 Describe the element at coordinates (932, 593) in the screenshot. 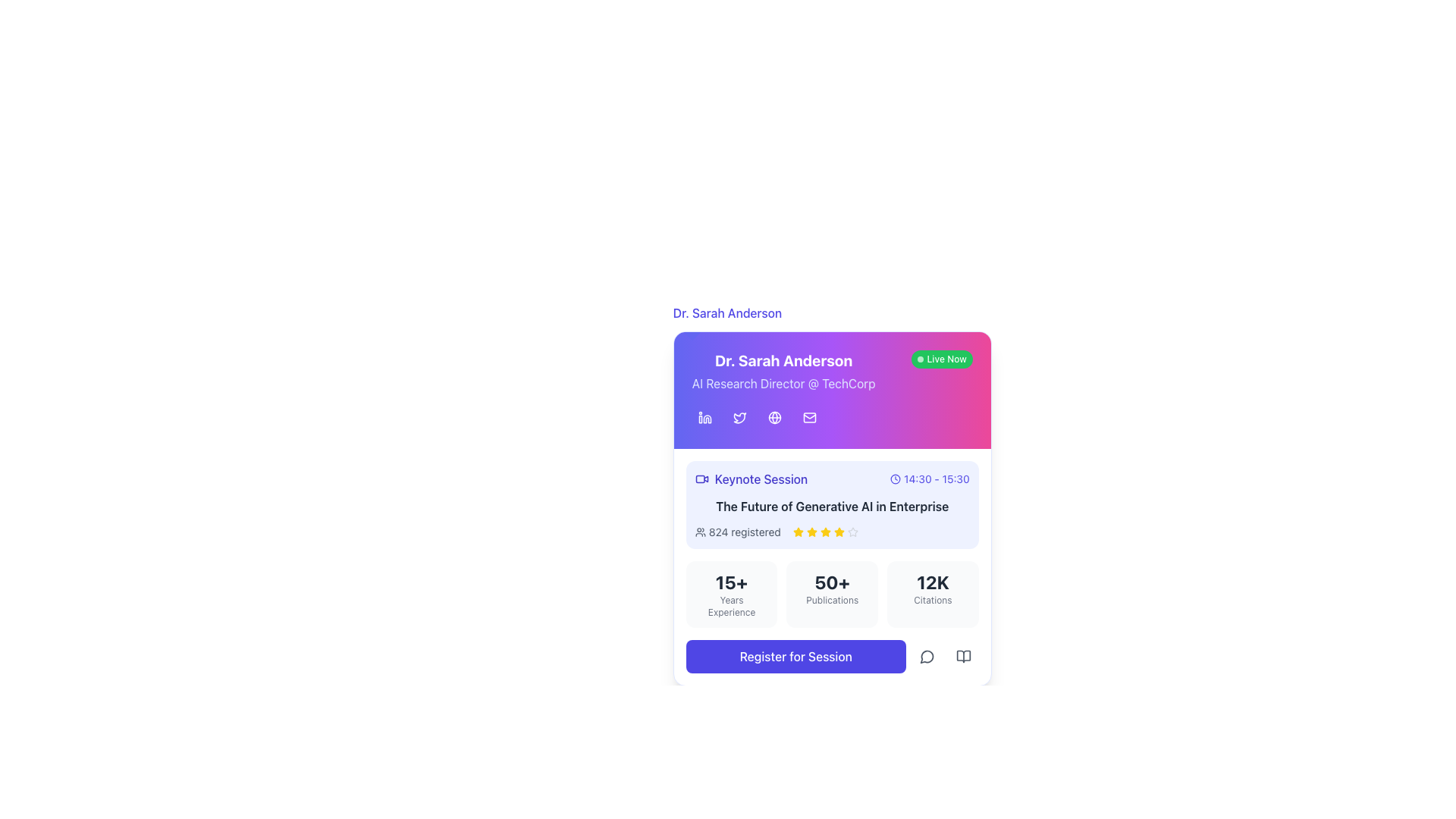

I see `the display block showing the statistic of 12,000 citations, which is the third column in a three-column grid layout at the bottom of the card` at that location.